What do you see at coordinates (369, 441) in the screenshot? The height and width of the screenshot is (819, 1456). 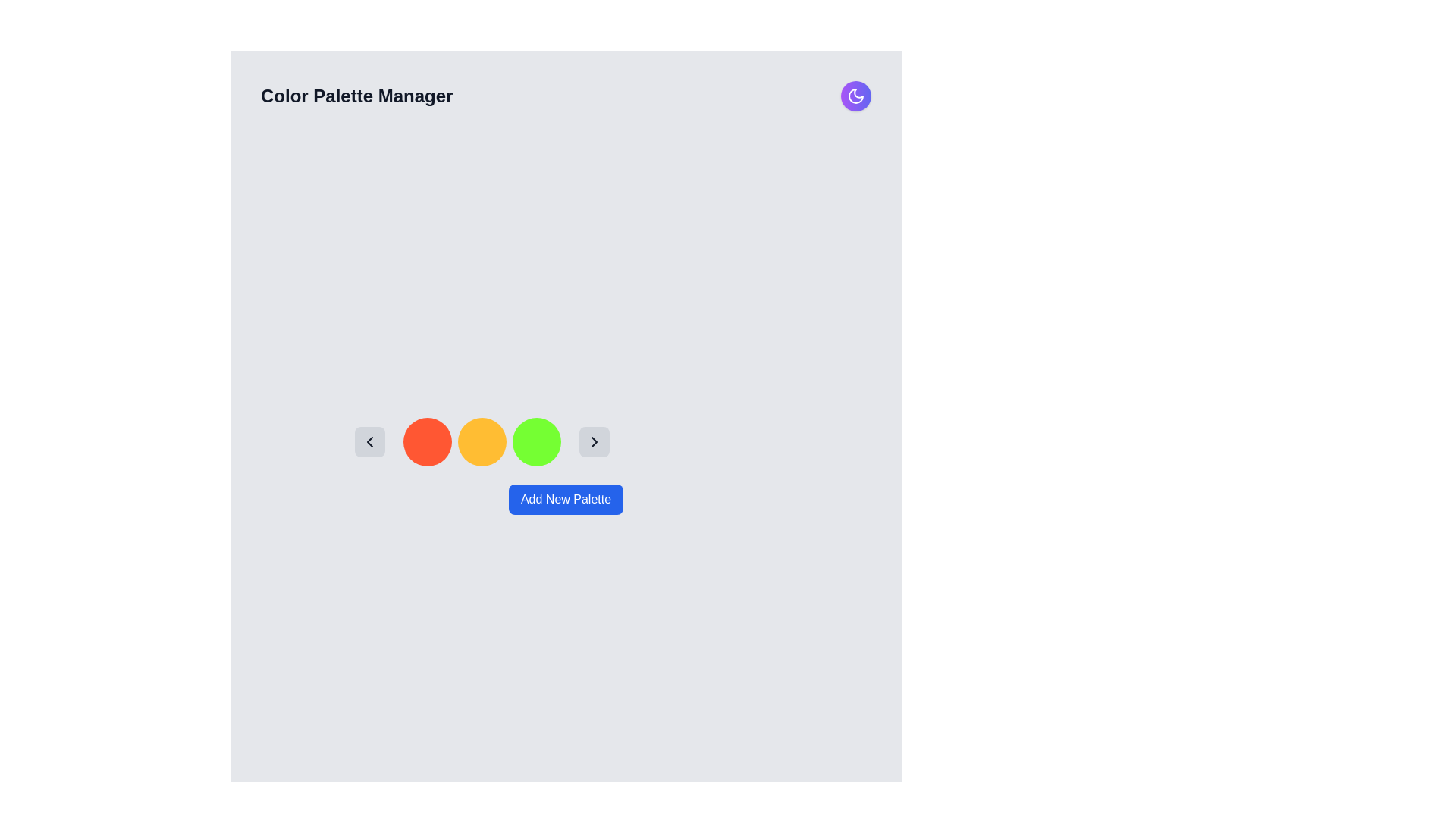 I see `the left-pointing chevron icon button` at bounding box center [369, 441].